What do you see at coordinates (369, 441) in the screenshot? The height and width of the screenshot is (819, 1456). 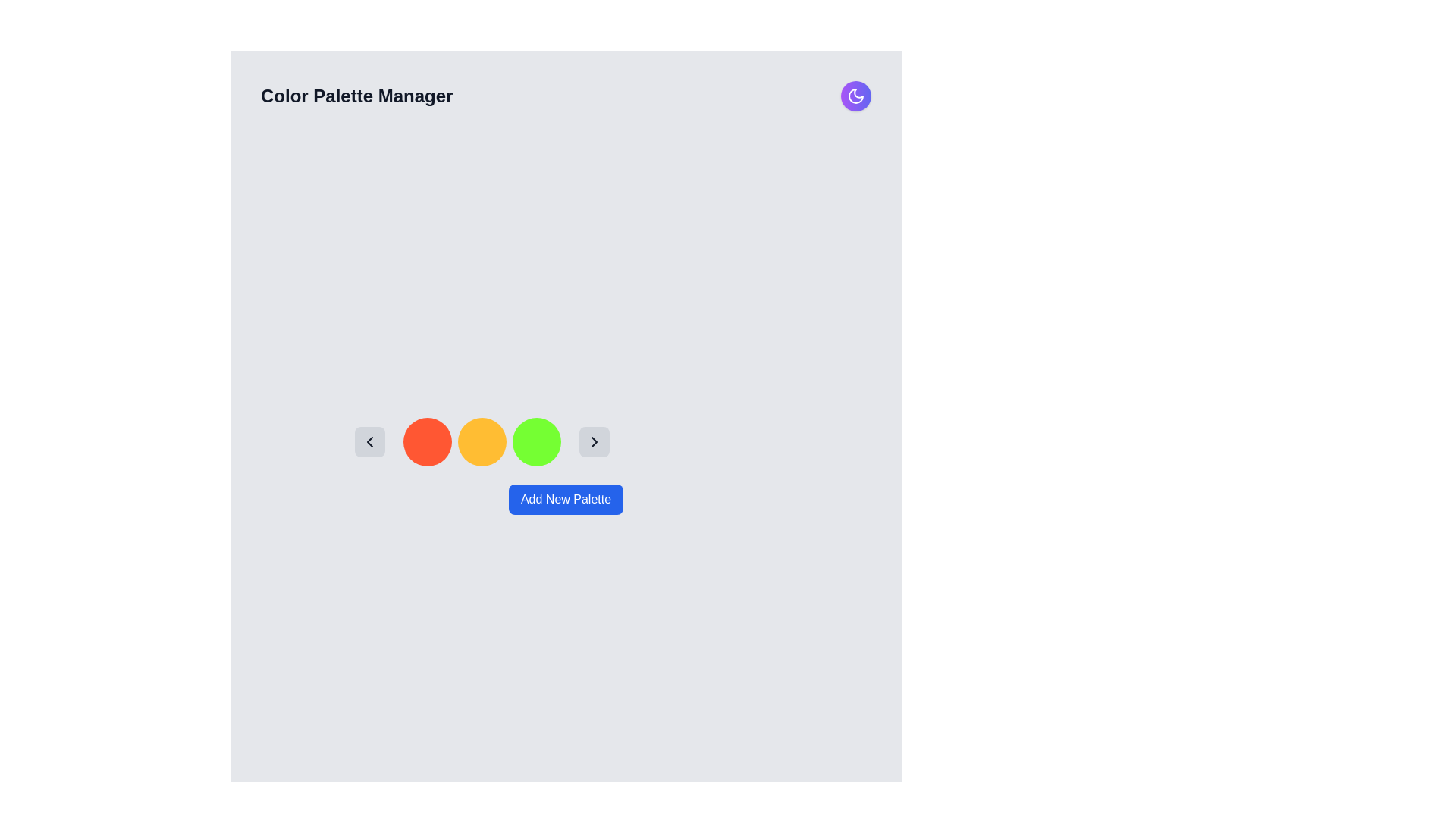 I see `the left-pointing chevron icon button` at bounding box center [369, 441].